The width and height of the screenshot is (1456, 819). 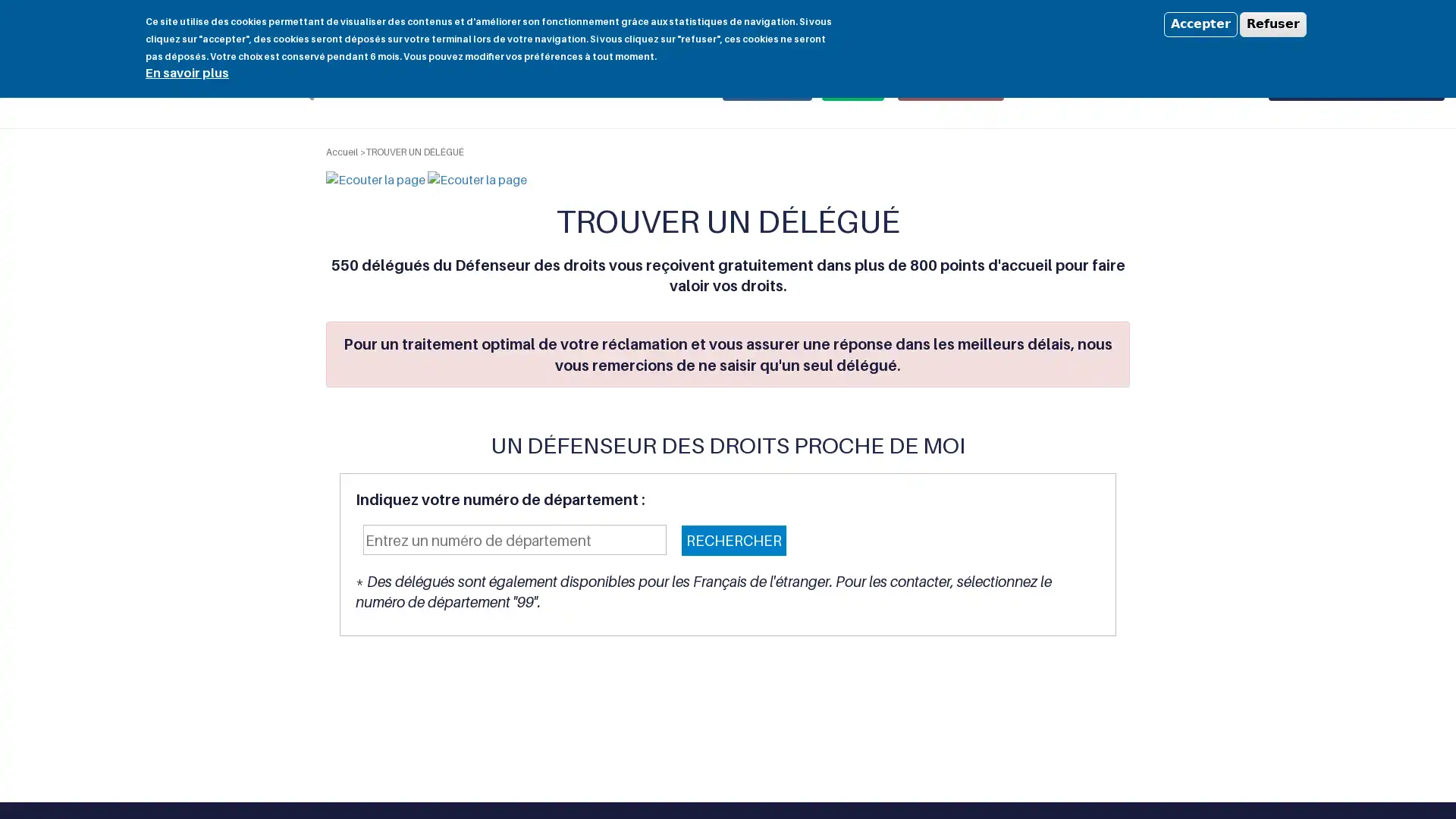 I want to click on En savoir plus, so click(x=186, y=72).